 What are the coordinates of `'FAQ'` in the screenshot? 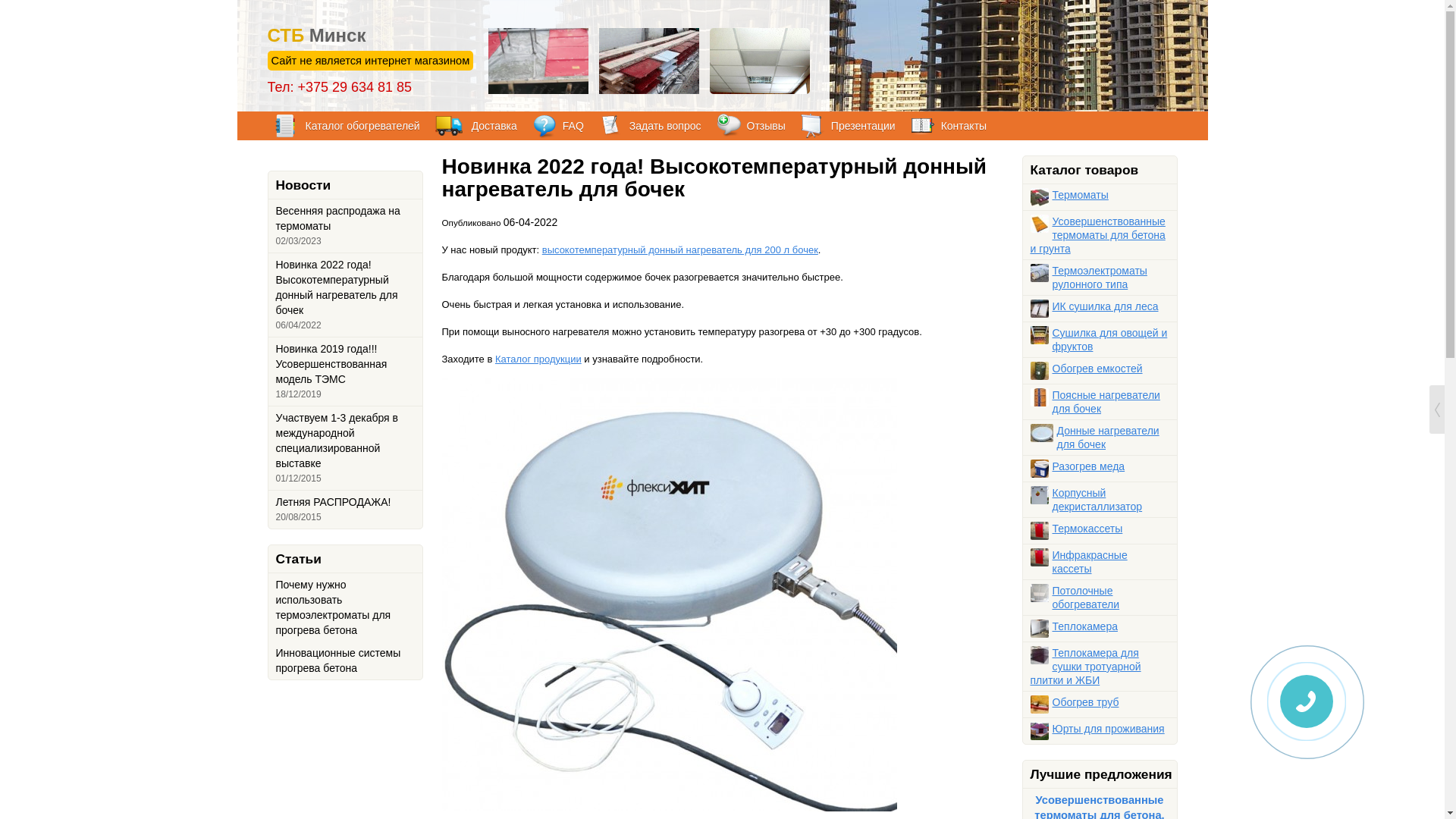 It's located at (532, 124).